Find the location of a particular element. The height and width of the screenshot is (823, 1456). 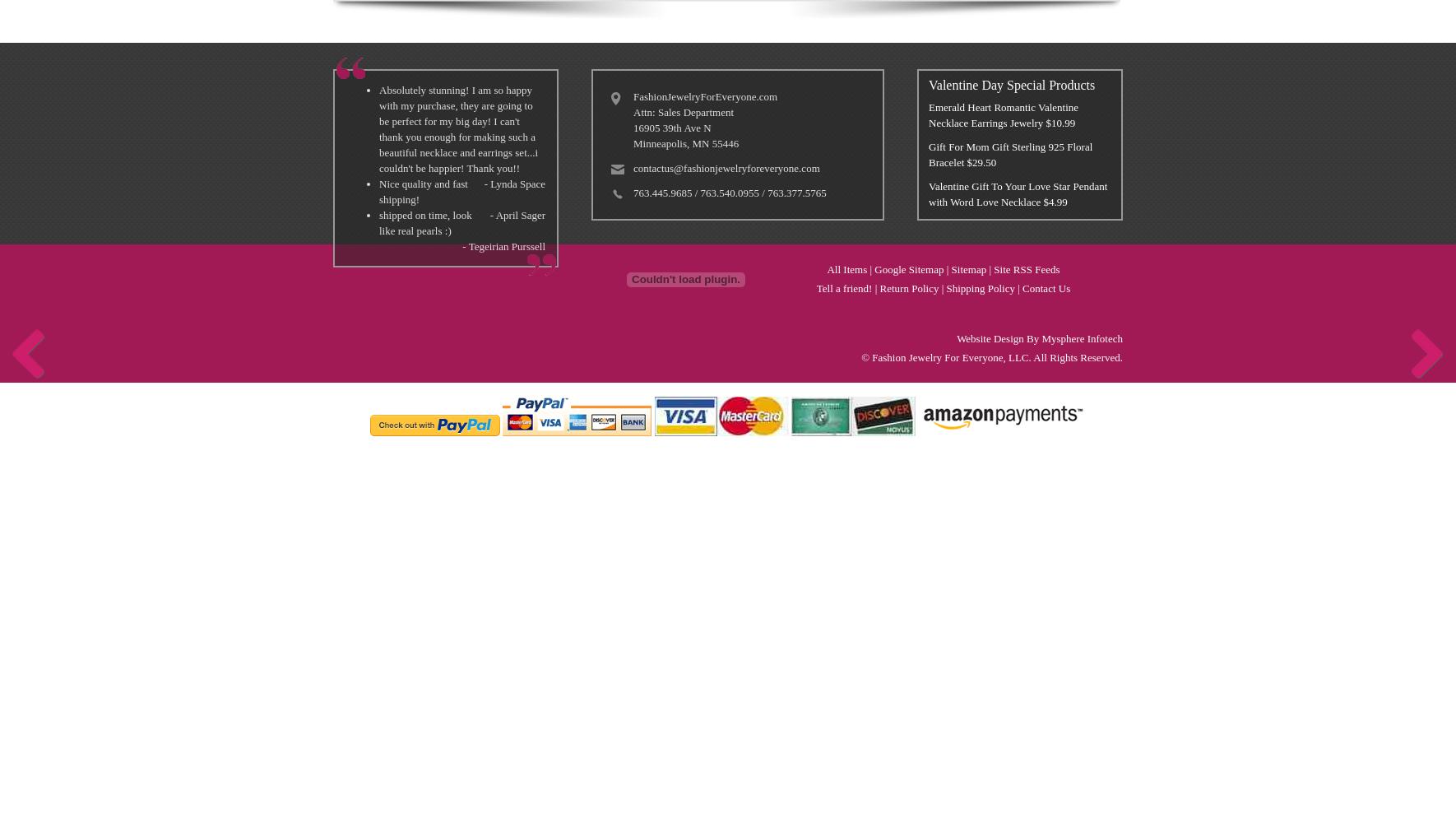

'Google Sitemap' is located at coordinates (909, 268).